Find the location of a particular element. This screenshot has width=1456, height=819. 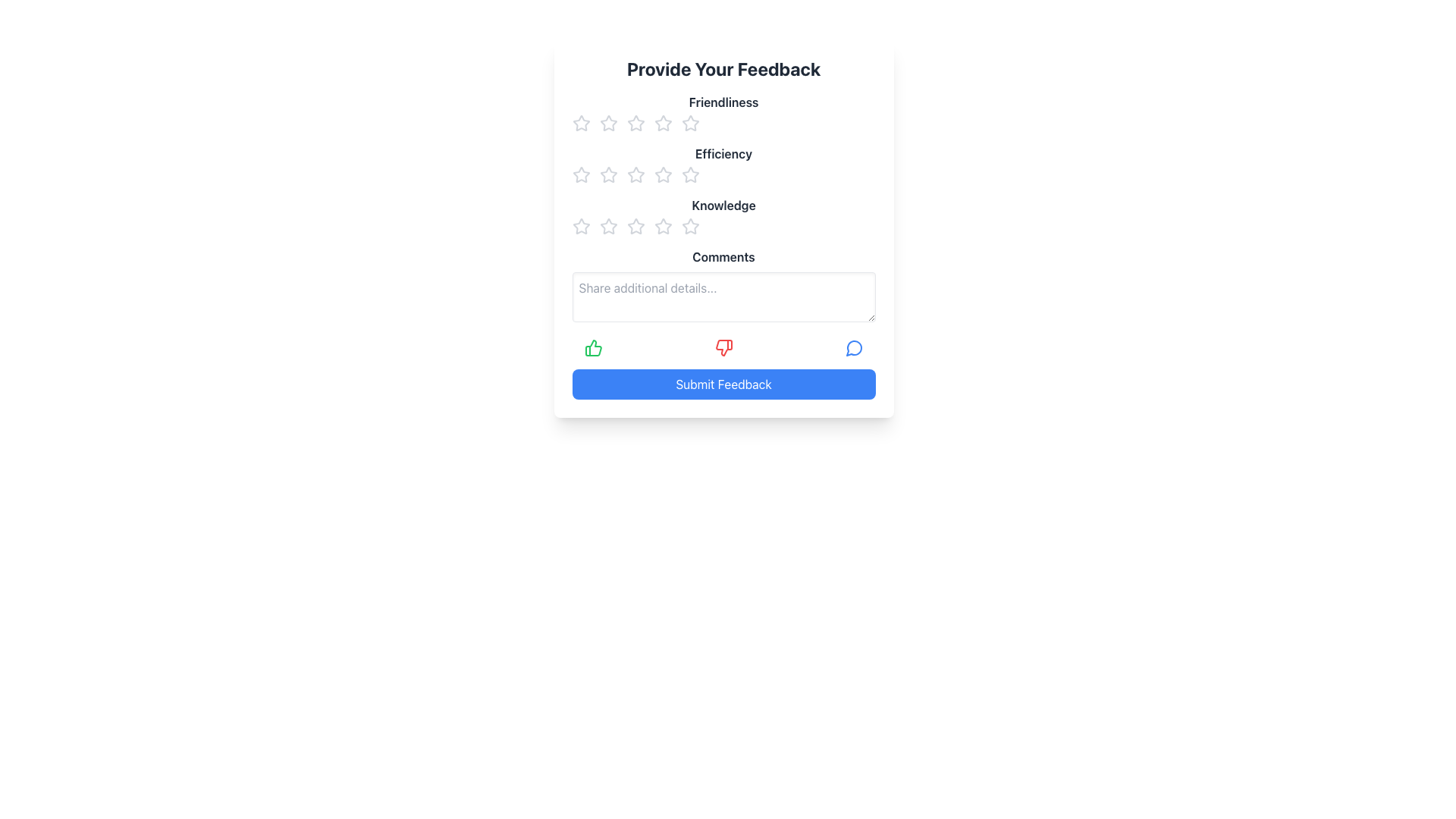

the 'Comments' label, which is styled with a bold font and is positioned above the multiline text input field in the feedback form layout is located at coordinates (723, 256).